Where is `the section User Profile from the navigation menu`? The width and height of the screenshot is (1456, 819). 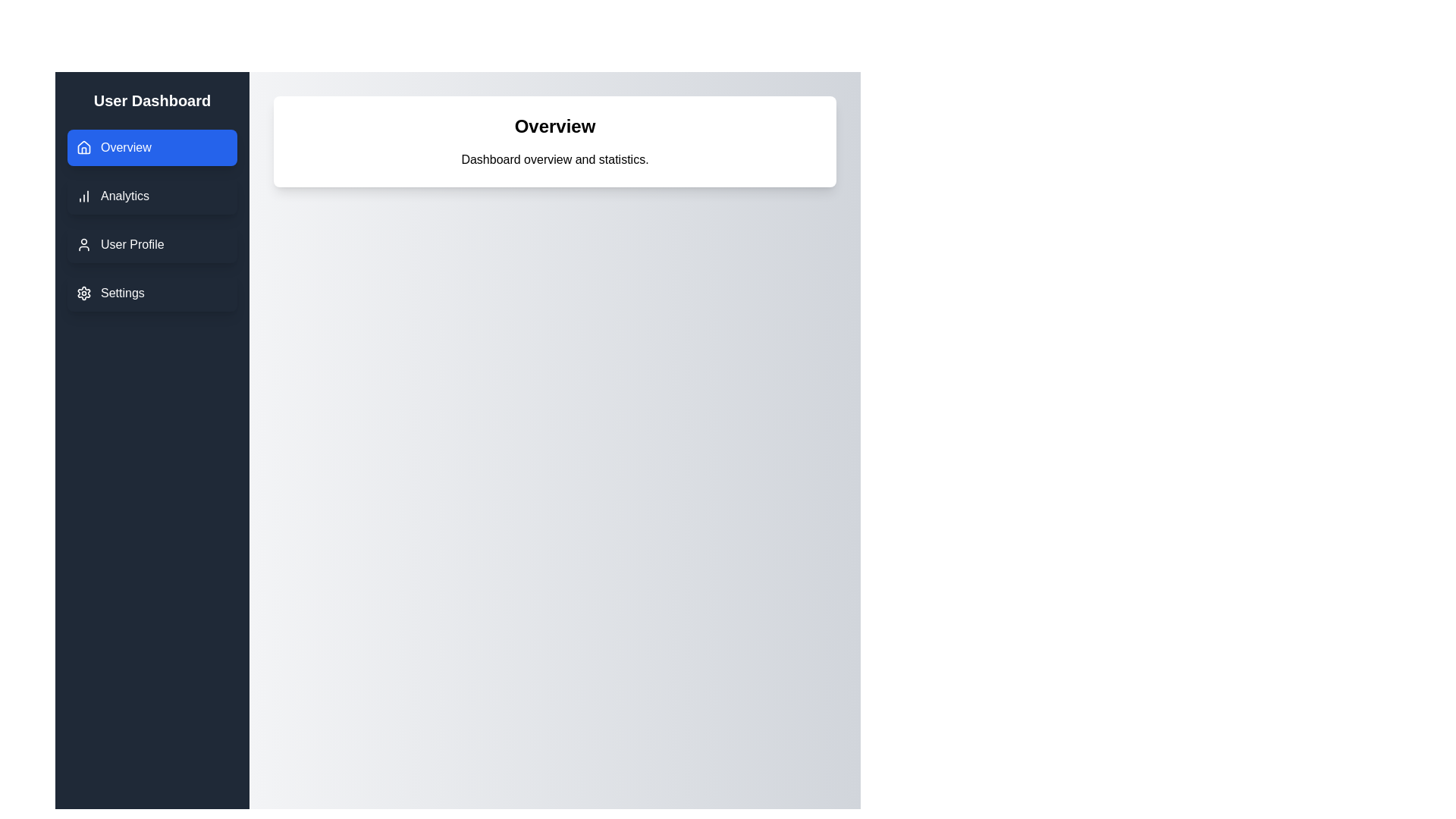 the section User Profile from the navigation menu is located at coordinates (152, 244).